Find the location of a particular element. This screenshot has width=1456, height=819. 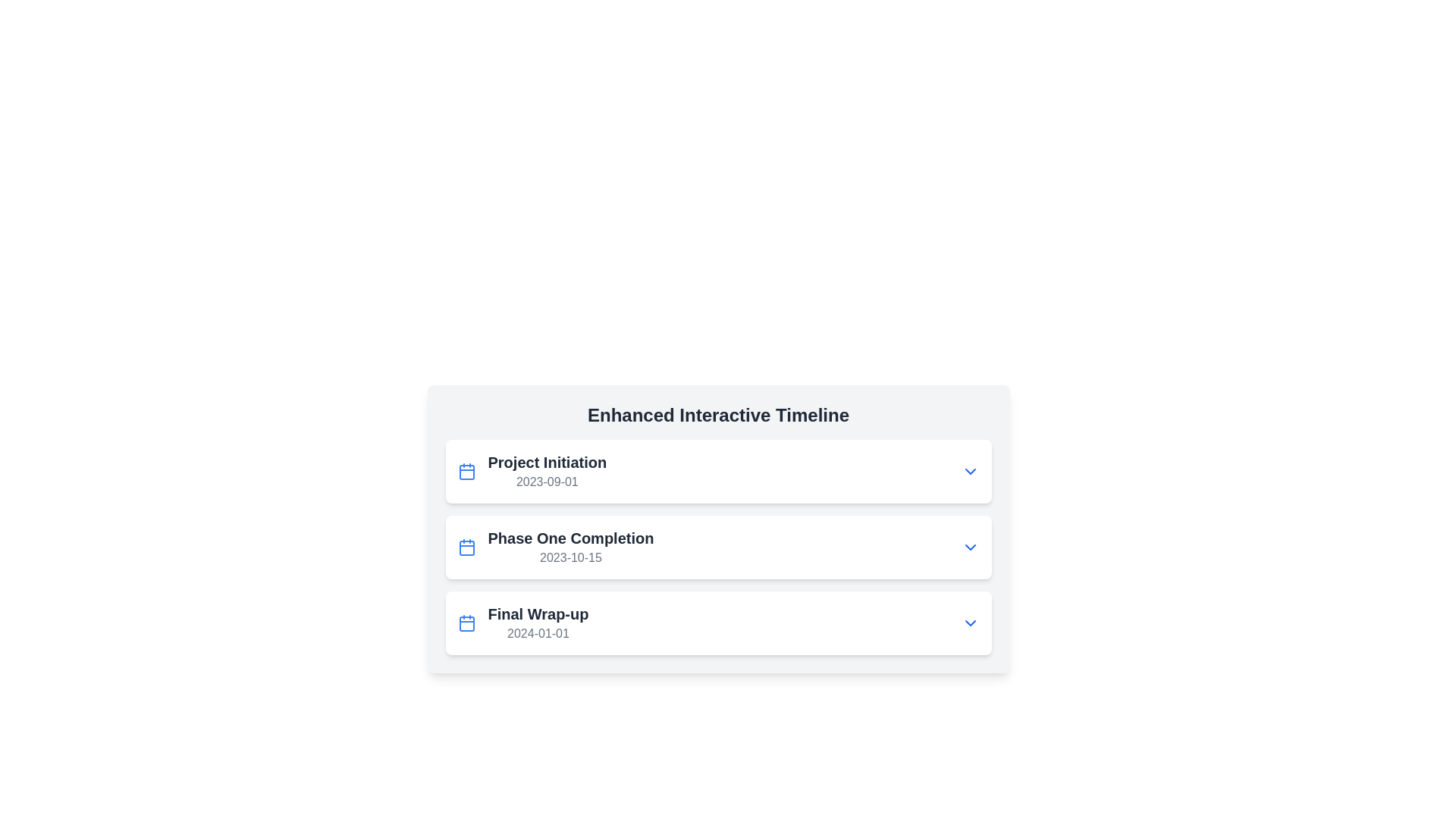

the downward pointing blue chevron icon is located at coordinates (969, 547).